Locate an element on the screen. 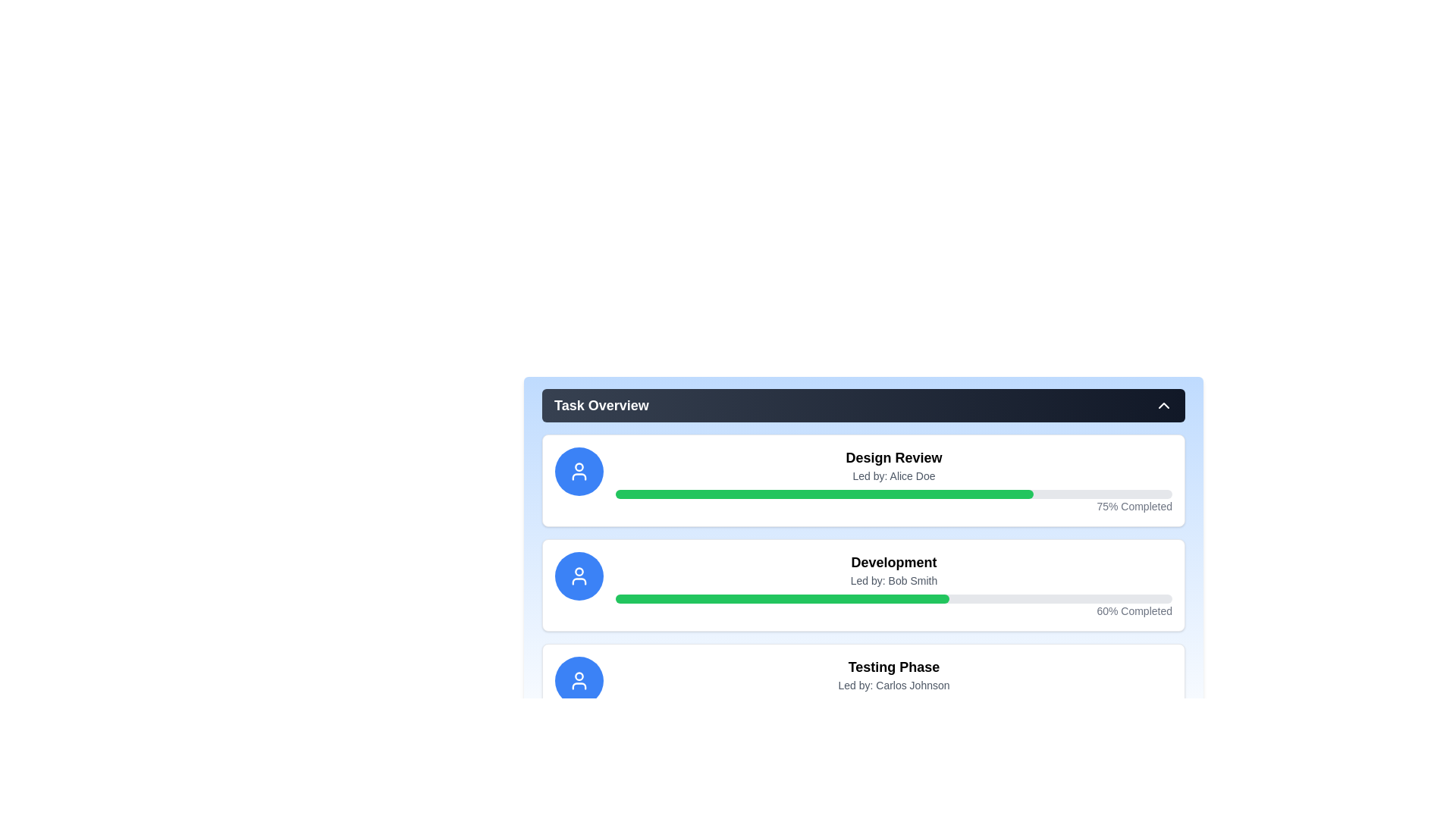 Image resolution: width=1456 pixels, height=819 pixels. progress information displayed in the Task panel located at the bottom of the task list, which shows the phase's title, leader, and completion percentage is located at coordinates (863, 690).